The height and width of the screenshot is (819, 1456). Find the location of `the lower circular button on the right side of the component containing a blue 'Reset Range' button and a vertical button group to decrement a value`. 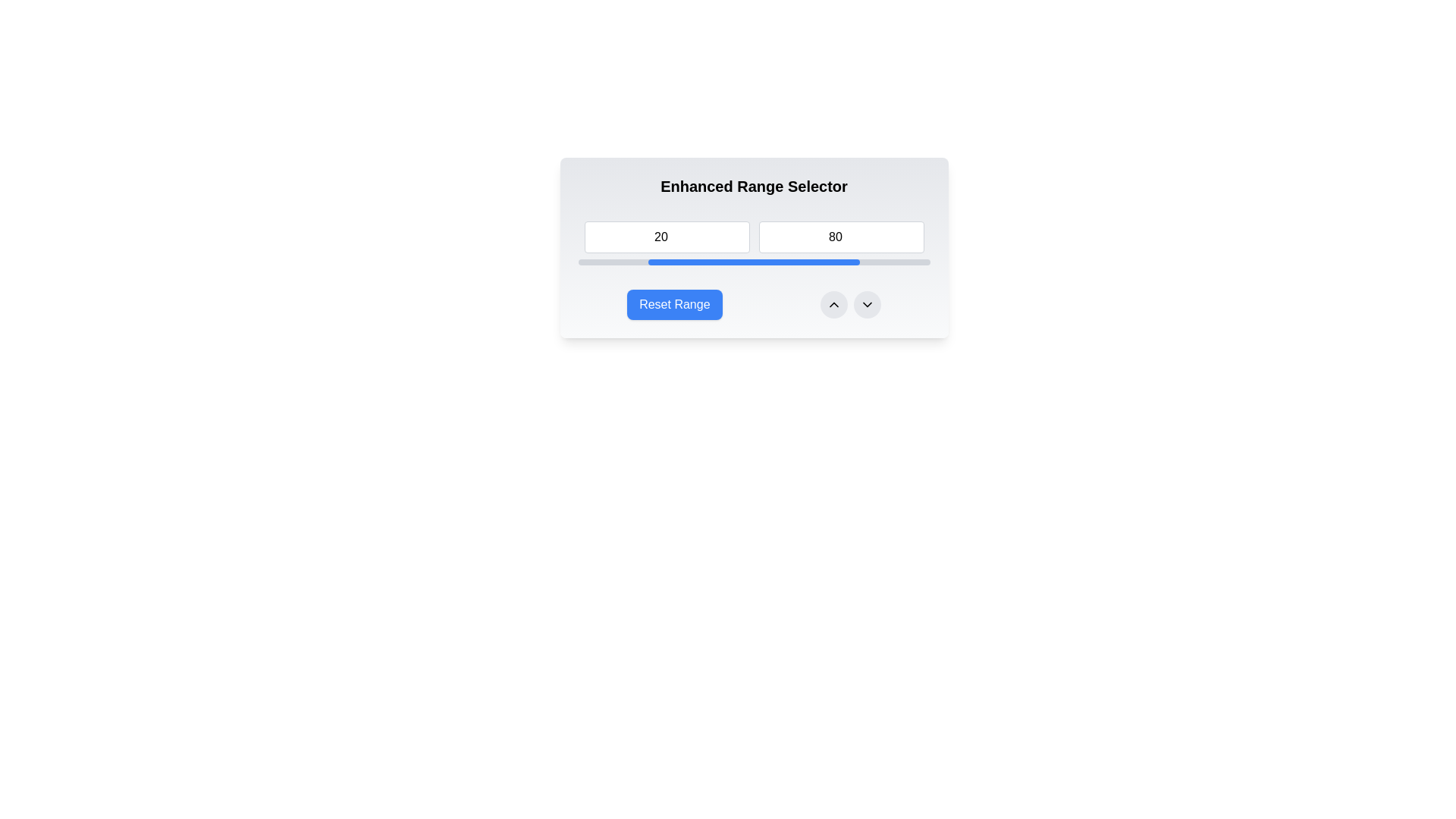

the lower circular button on the right side of the component containing a blue 'Reset Range' button and a vertical button group to decrement a value is located at coordinates (754, 304).